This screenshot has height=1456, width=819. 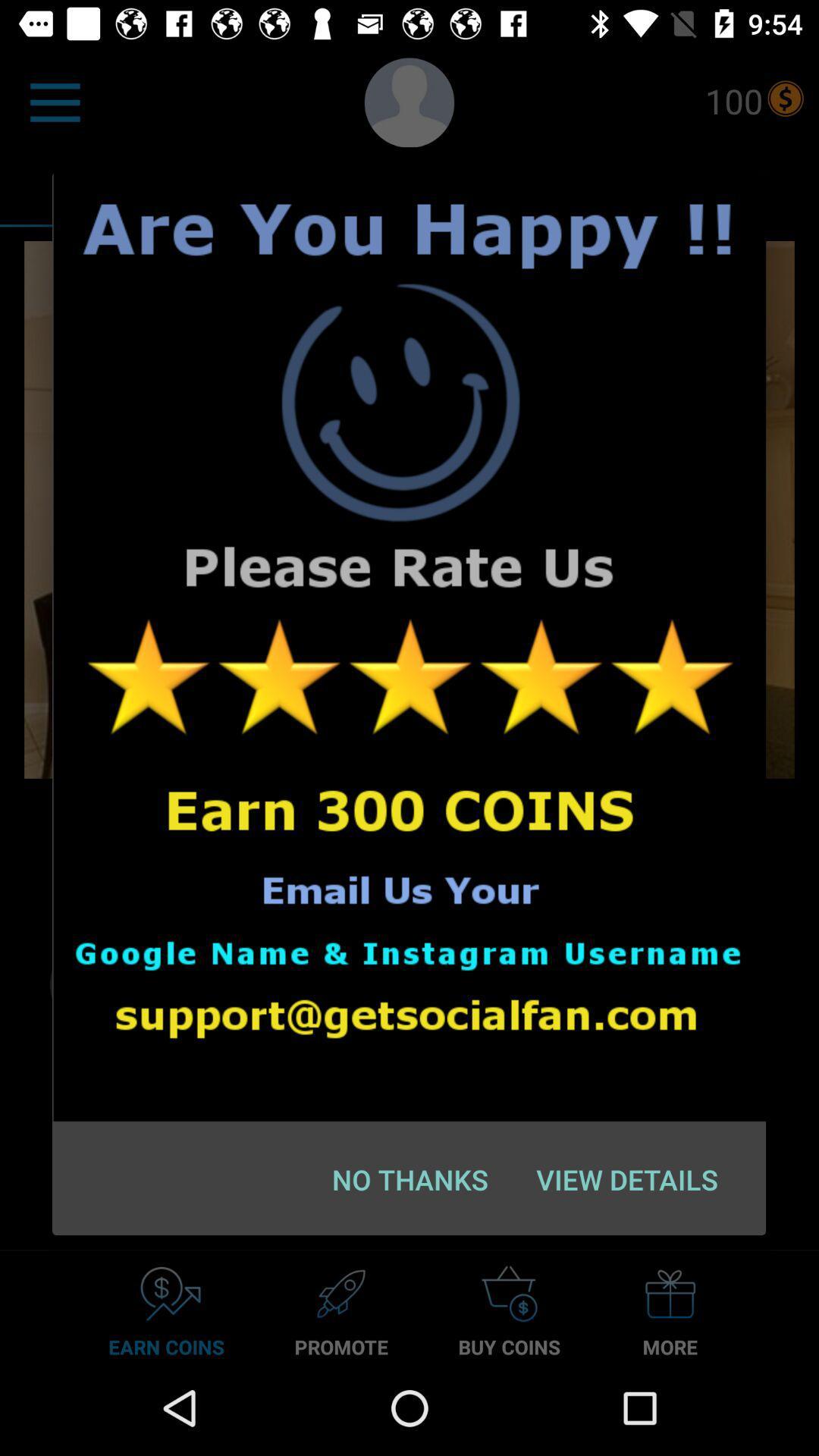 What do you see at coordinates (410, 1178) in the screenshot?
I see `the item next to the view details item` at bounding box center [410, 1178].